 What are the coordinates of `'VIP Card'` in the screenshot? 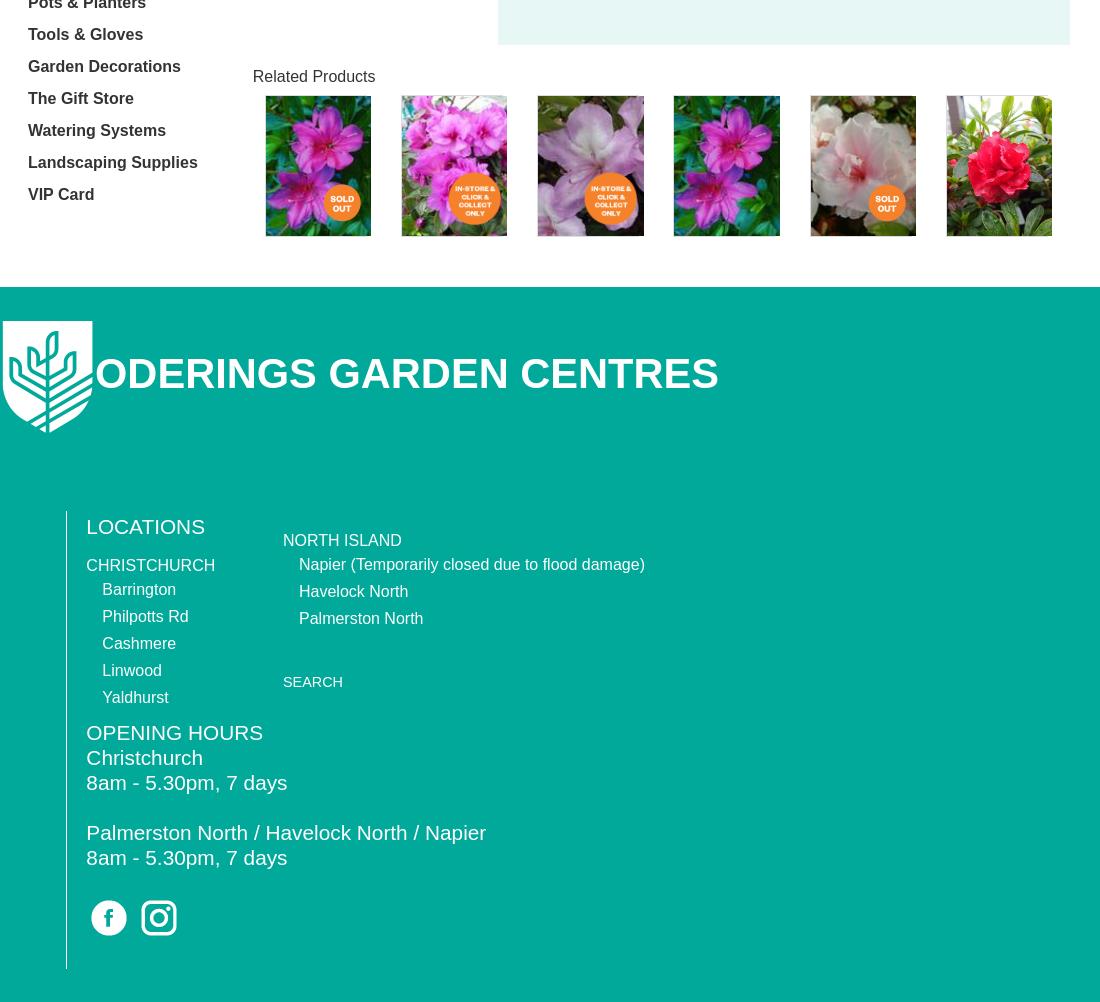 It's located at (27, 194).